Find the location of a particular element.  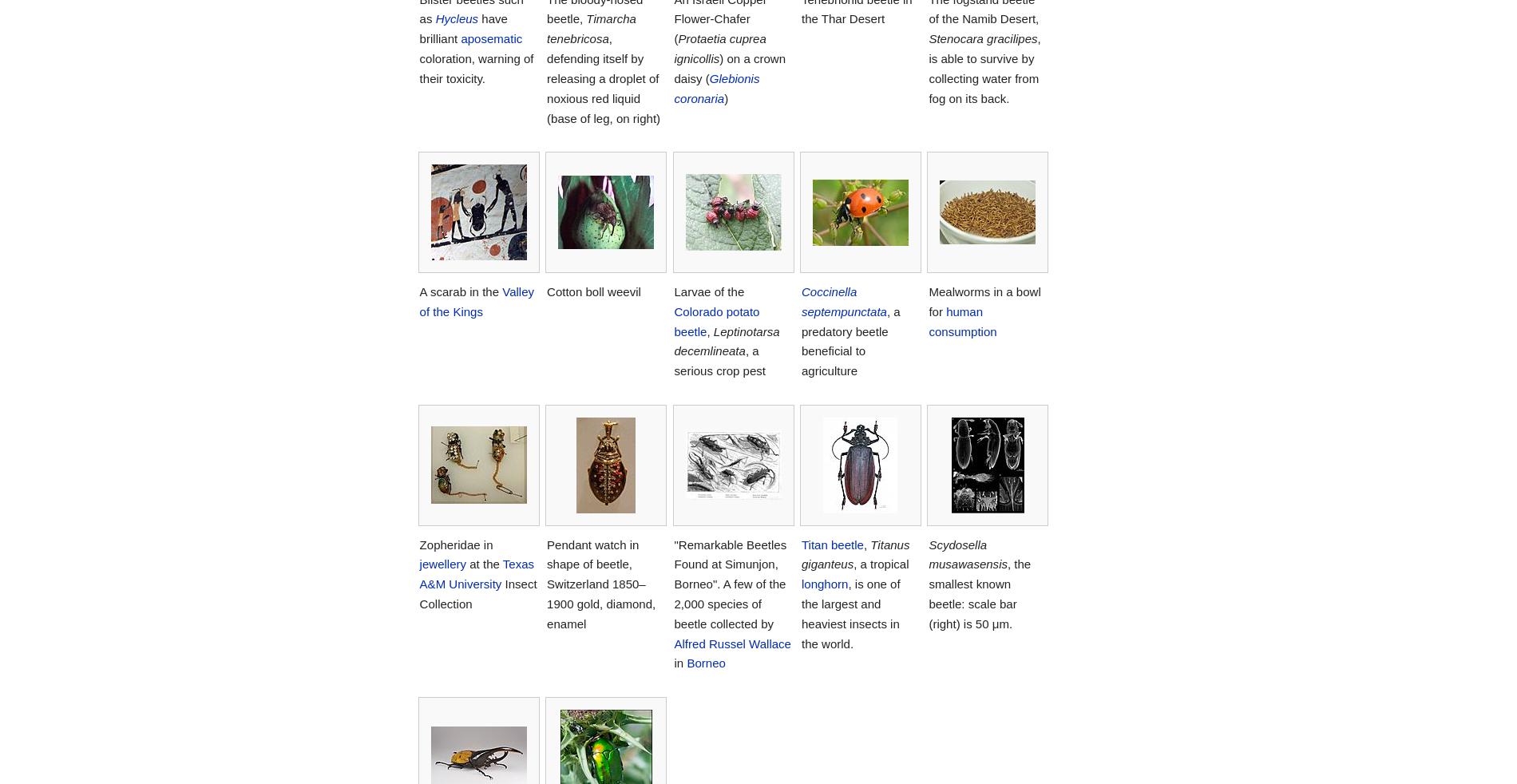

'Texas A&M University' is located at coordinates (476, 573).